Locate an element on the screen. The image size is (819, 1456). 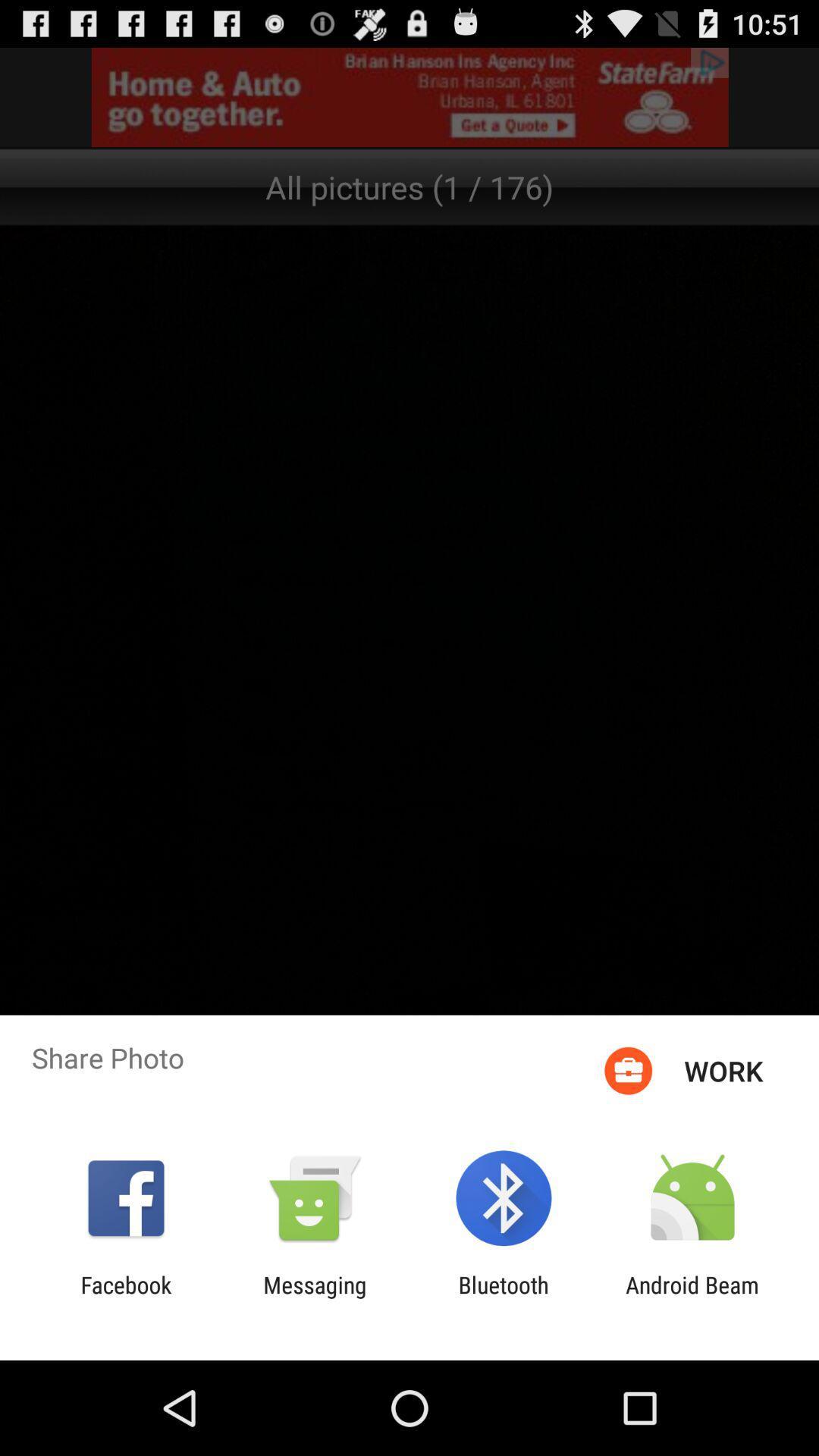
the app to the right of the facebook is located at coordinates (314, 1298).